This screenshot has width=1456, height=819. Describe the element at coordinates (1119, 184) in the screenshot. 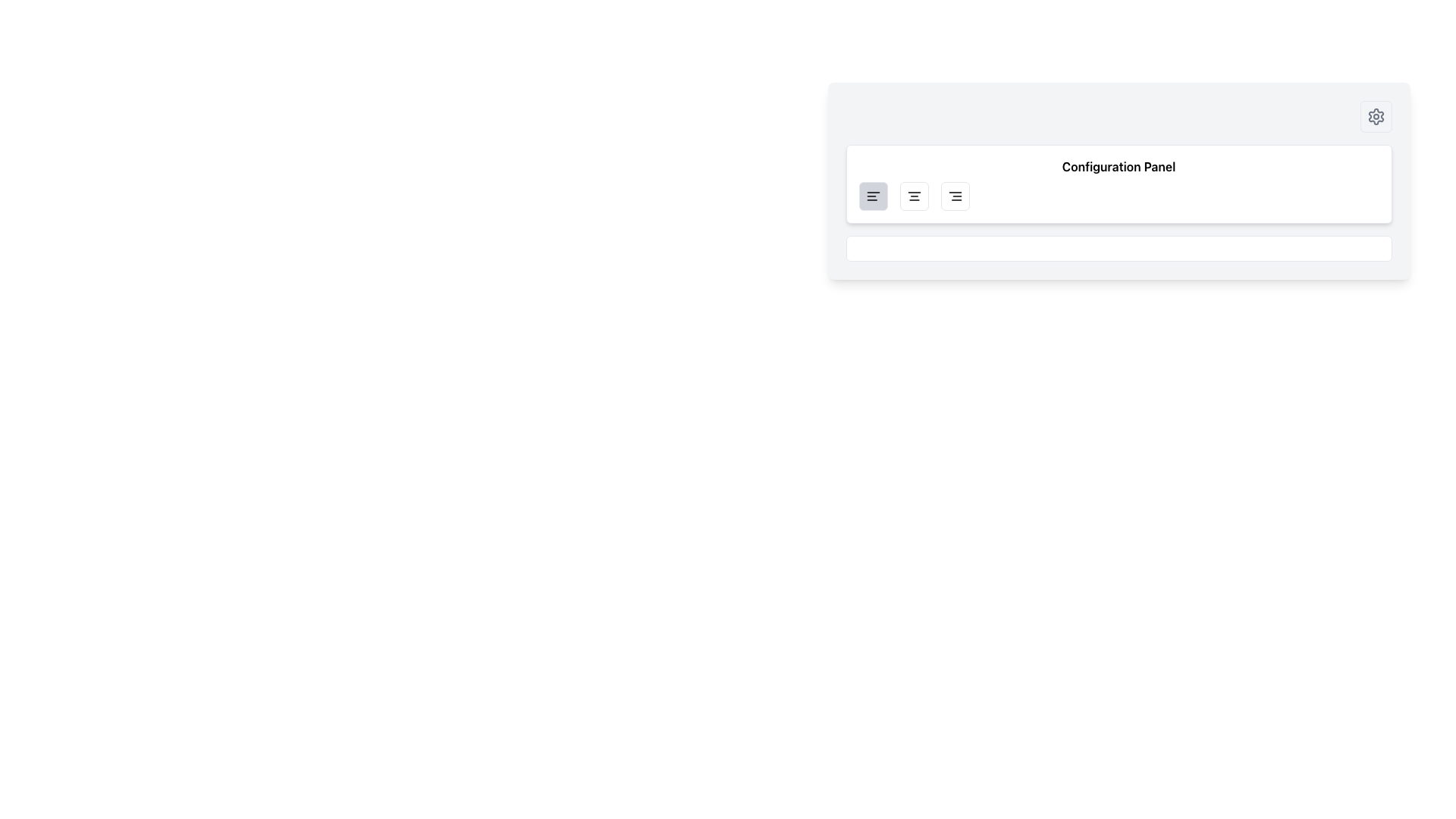

I see `the content of the 'Configuration Panel' which has a bold title and a white background` at that location.